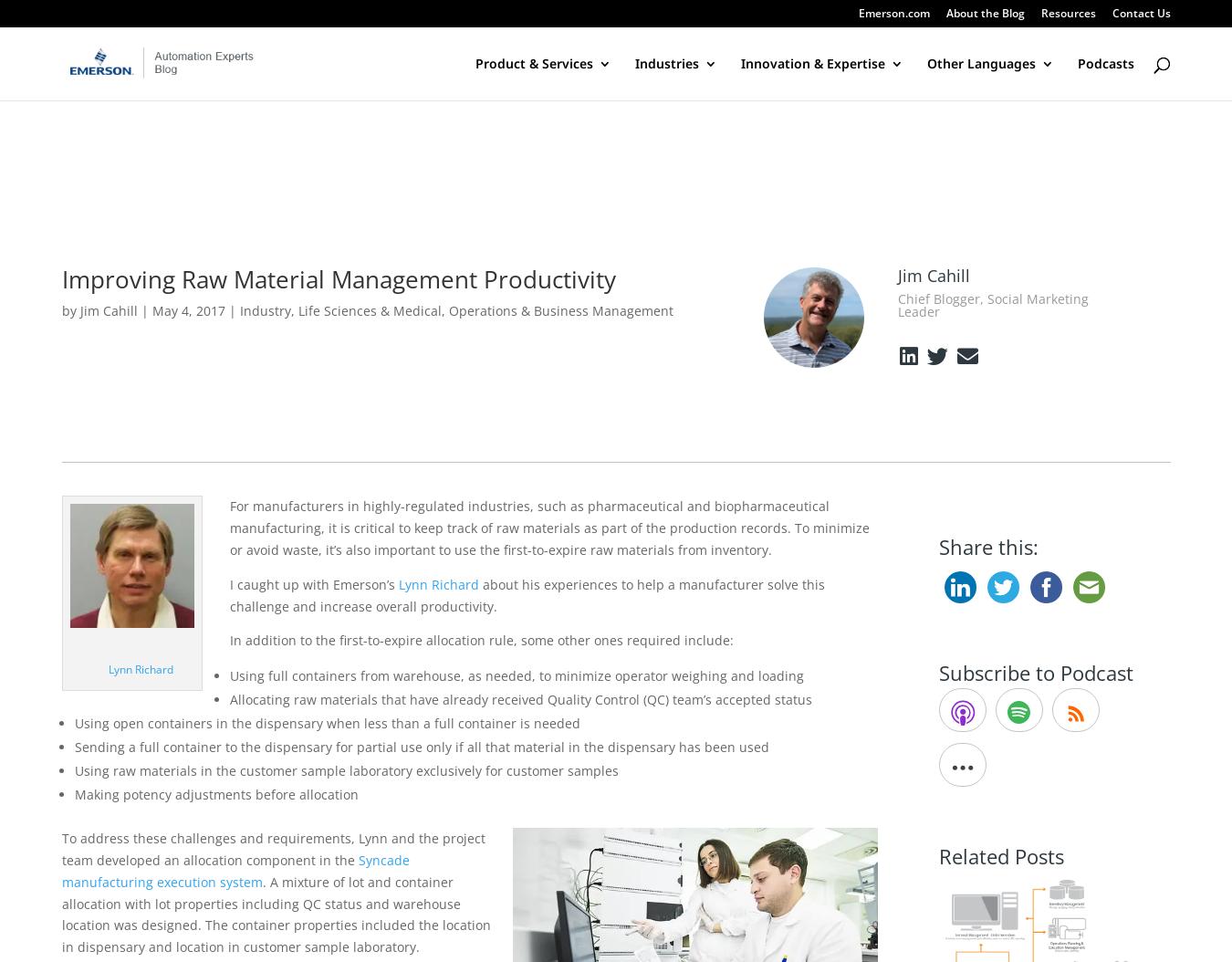 This screenshot has height=962, width=1232. Describe the element at coordinates (234, 870) in the screenshot. I see `'Syncade manufacturing execution system'` at that location.